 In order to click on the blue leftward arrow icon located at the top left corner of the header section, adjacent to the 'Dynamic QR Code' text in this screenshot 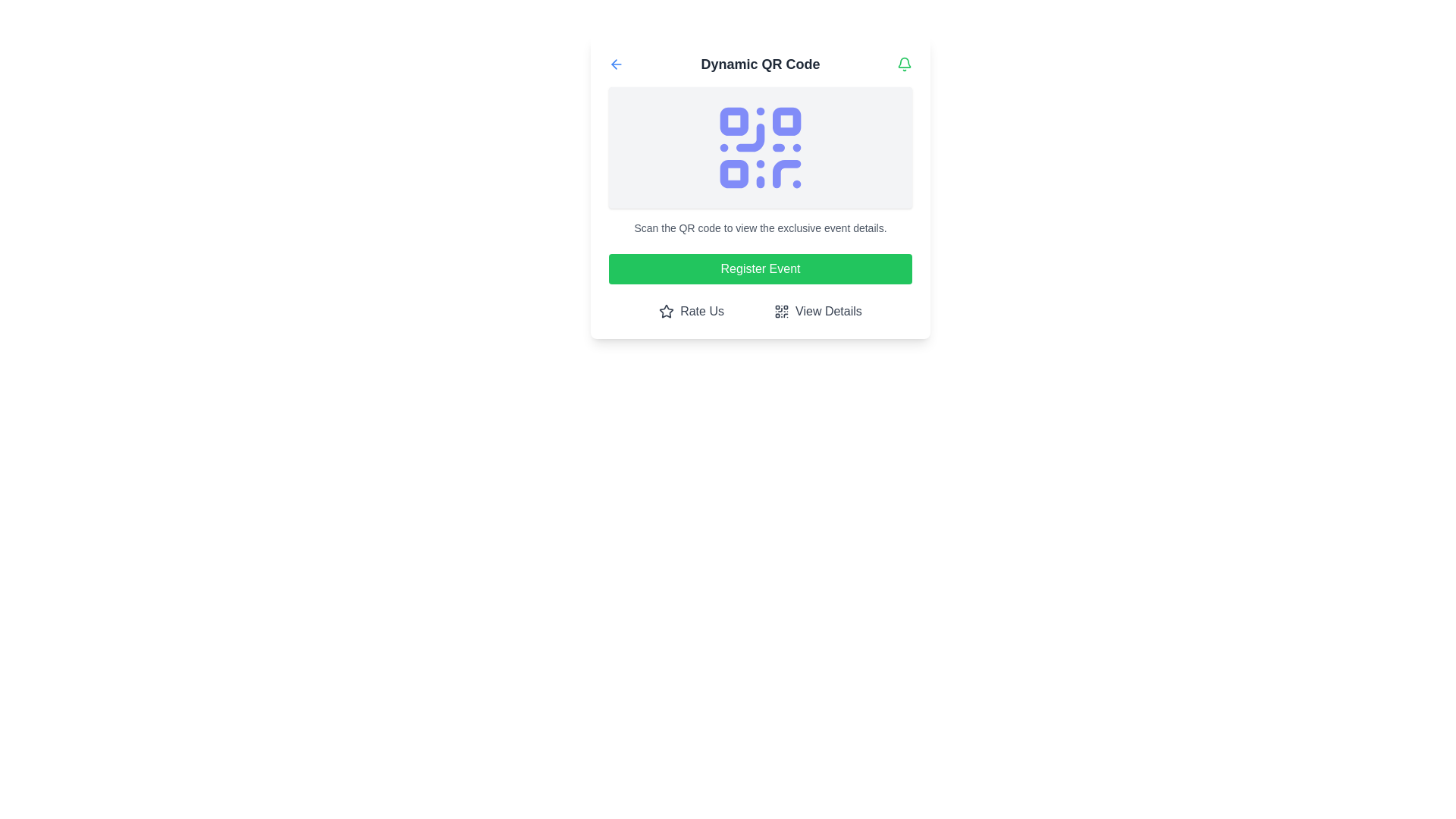, I will do `click(616, 63)`.